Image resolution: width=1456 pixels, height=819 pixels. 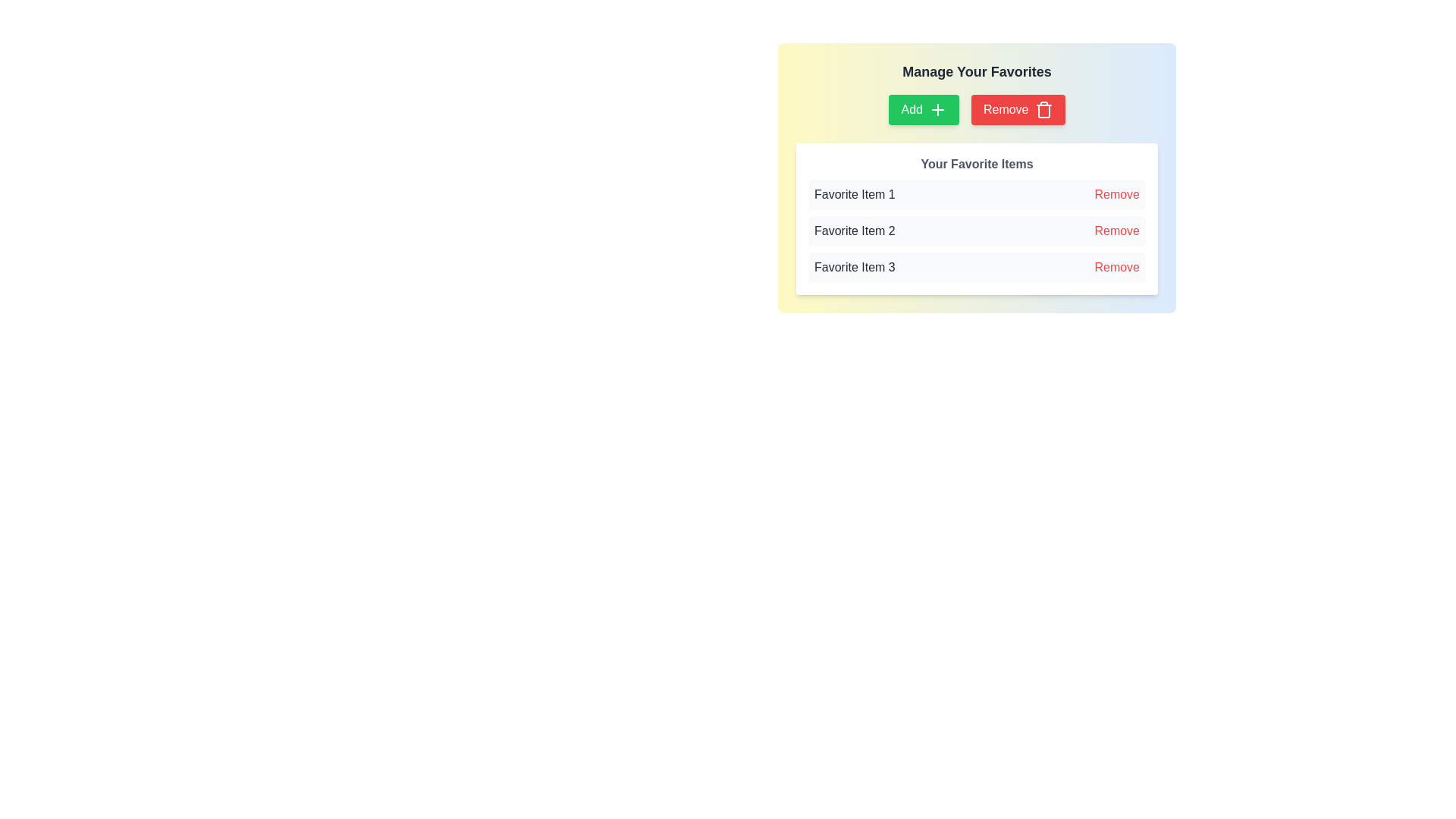 What do you see at coordinates (1117, 194) in the screenshot?
I see `the interactive text element labeled 'Remove', which is styled in red and located to the right of 'Favorite Item 1', to change its color to a darker red shade` at bounding box center [1117, 194].